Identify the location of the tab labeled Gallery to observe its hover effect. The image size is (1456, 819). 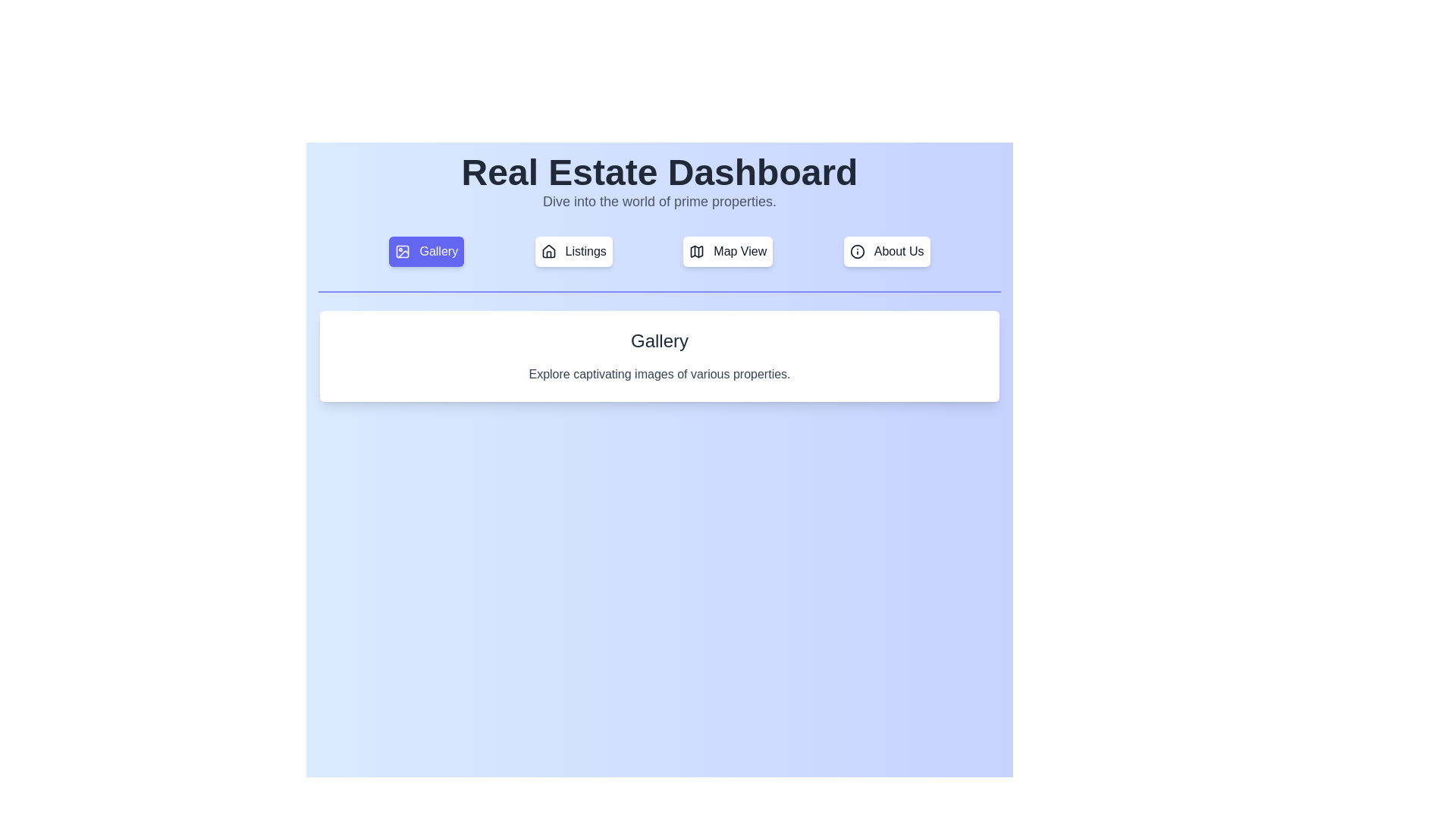
(425, 250).